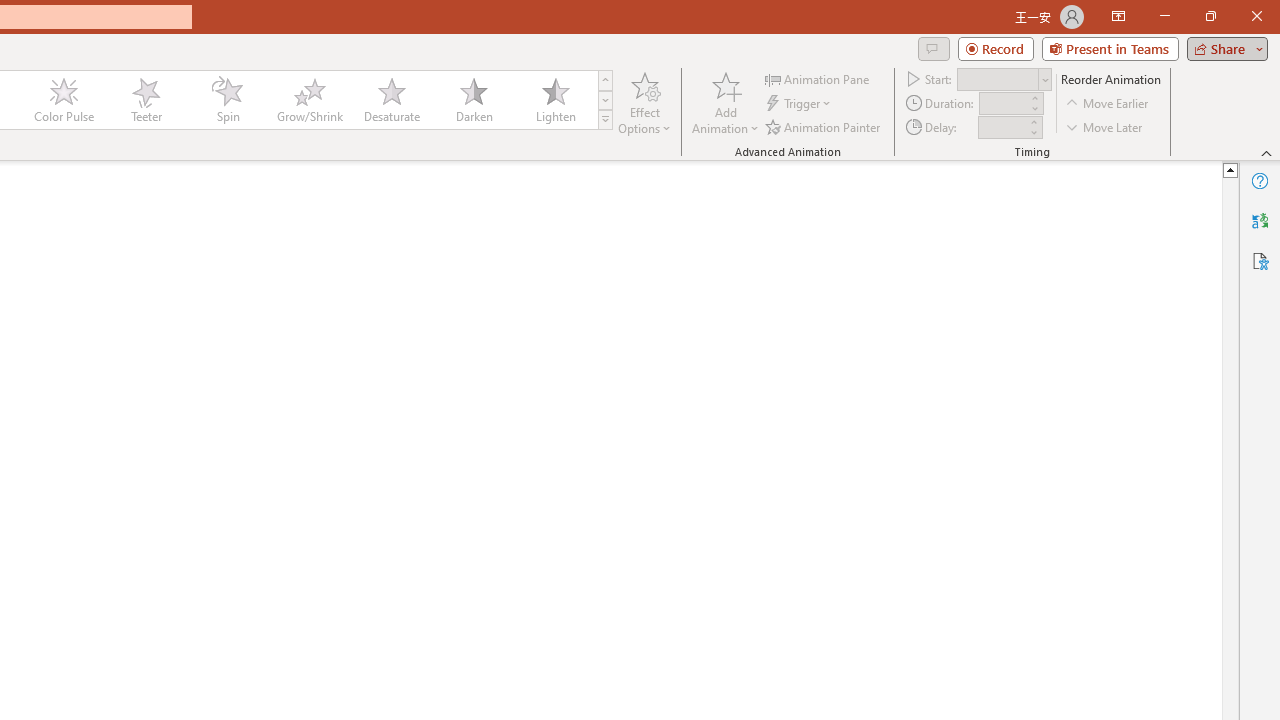 Image resolution: width=1280 pixels, height=720 pixels. Describe the element at coordinates (724, 103) in the screenshot. I see `'Add Animation'` at that location.